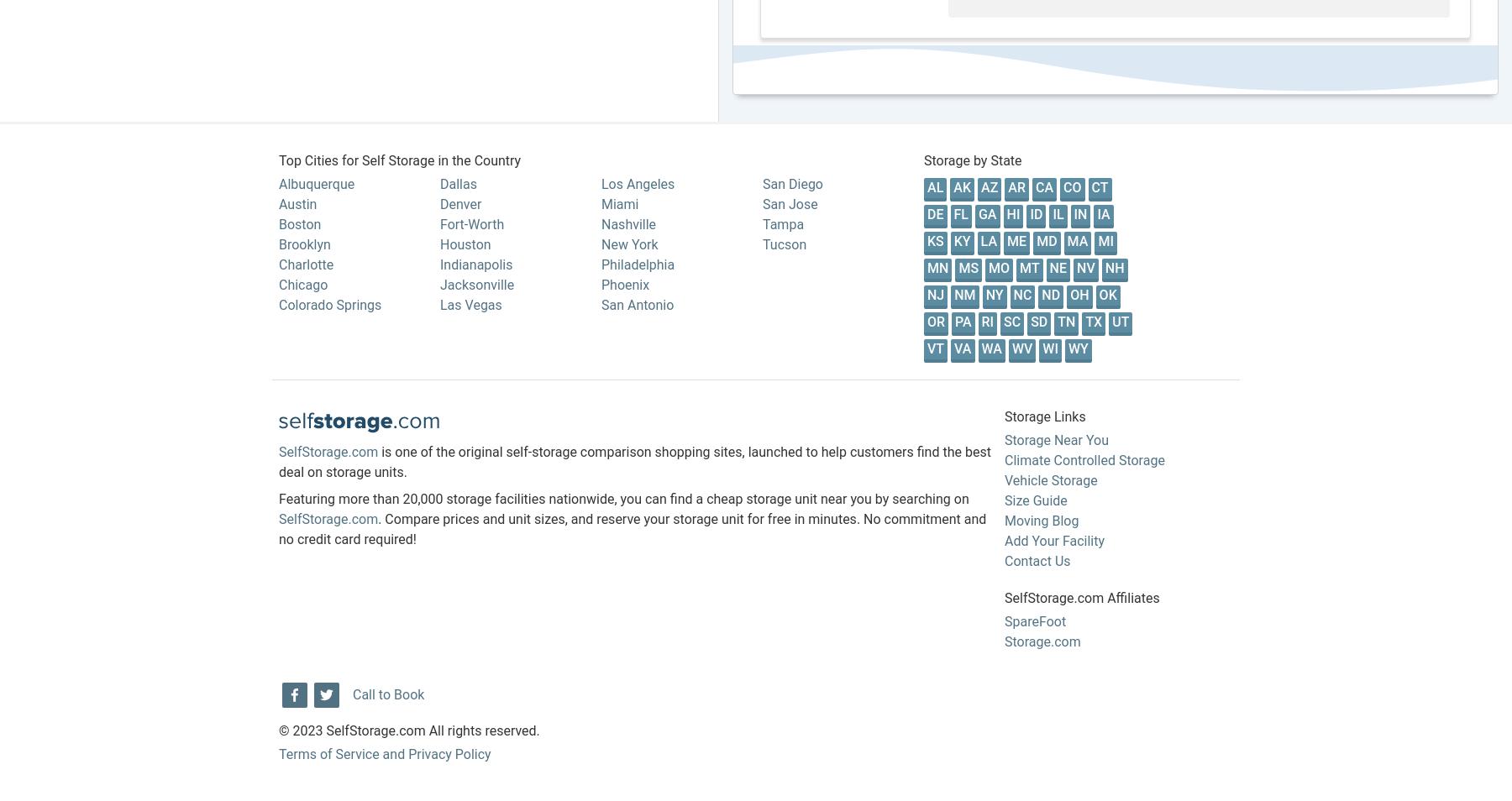  I want to click on '. Compare prices and unit sizes, and reserve your storage unit for free in minutes. No commitment and no credit card required!', so click(631, 527).